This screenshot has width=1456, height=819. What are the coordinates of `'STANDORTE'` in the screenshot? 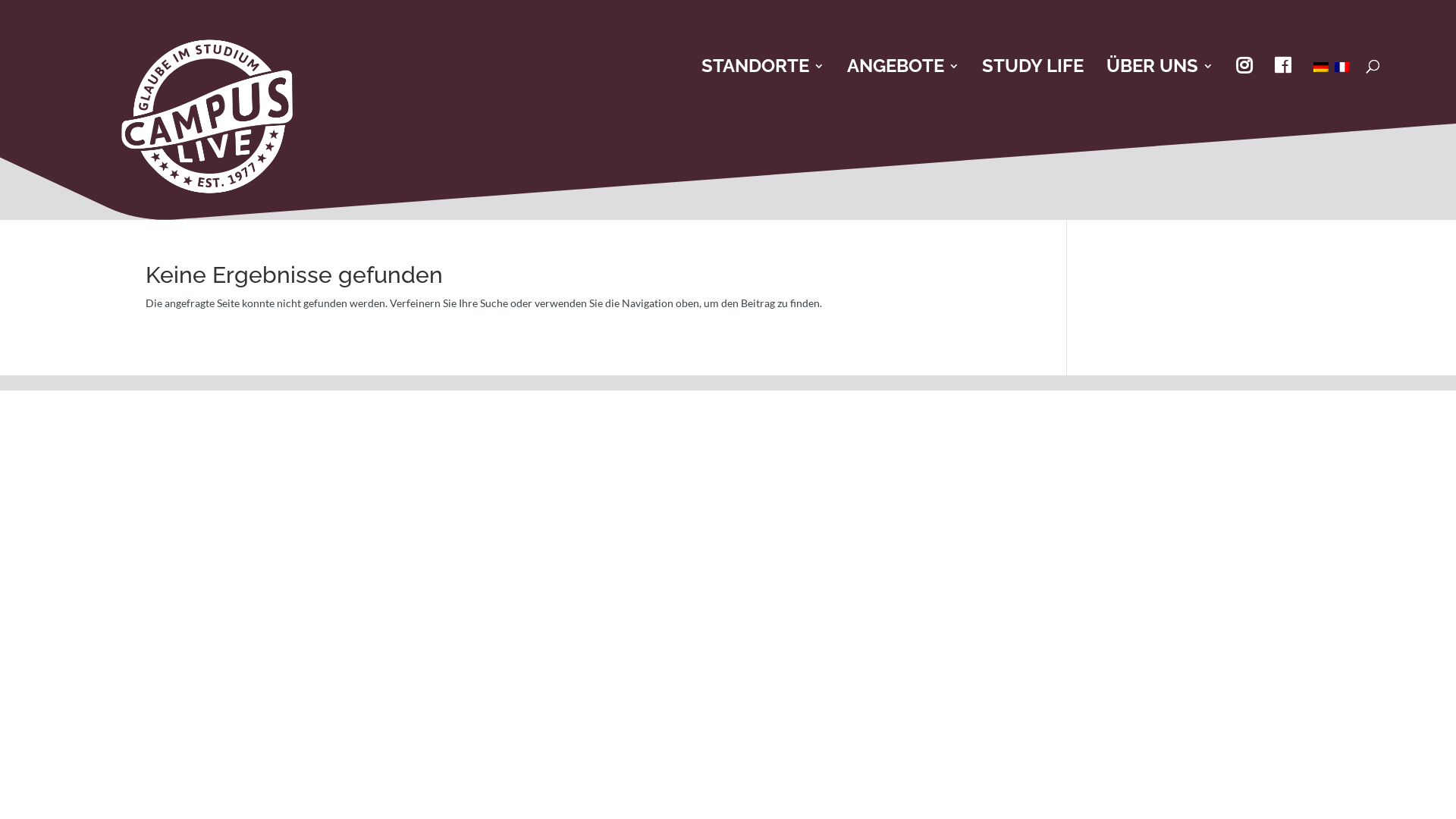 It's located at (763, 65).